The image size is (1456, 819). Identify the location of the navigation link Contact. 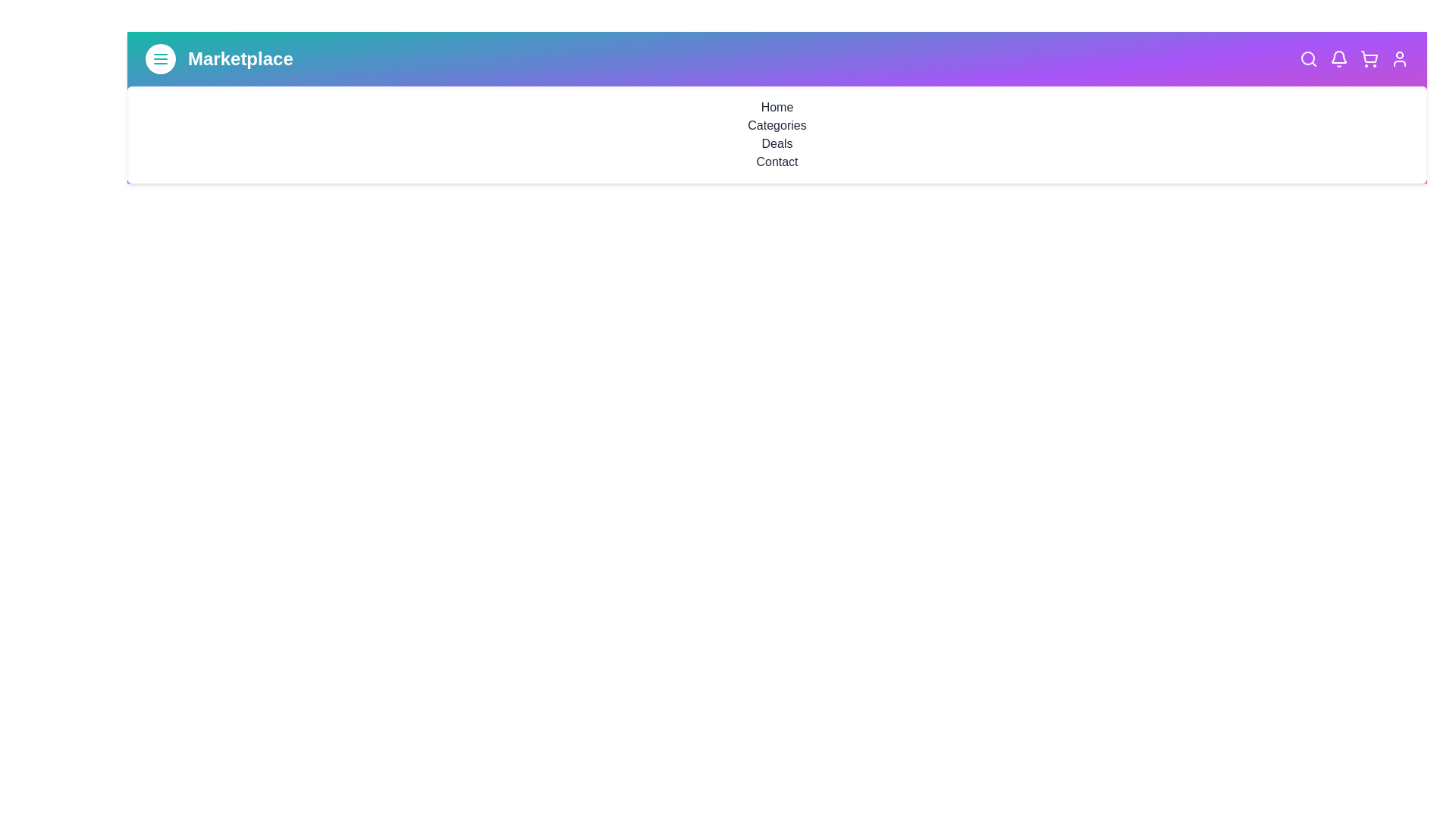
(777, 162).